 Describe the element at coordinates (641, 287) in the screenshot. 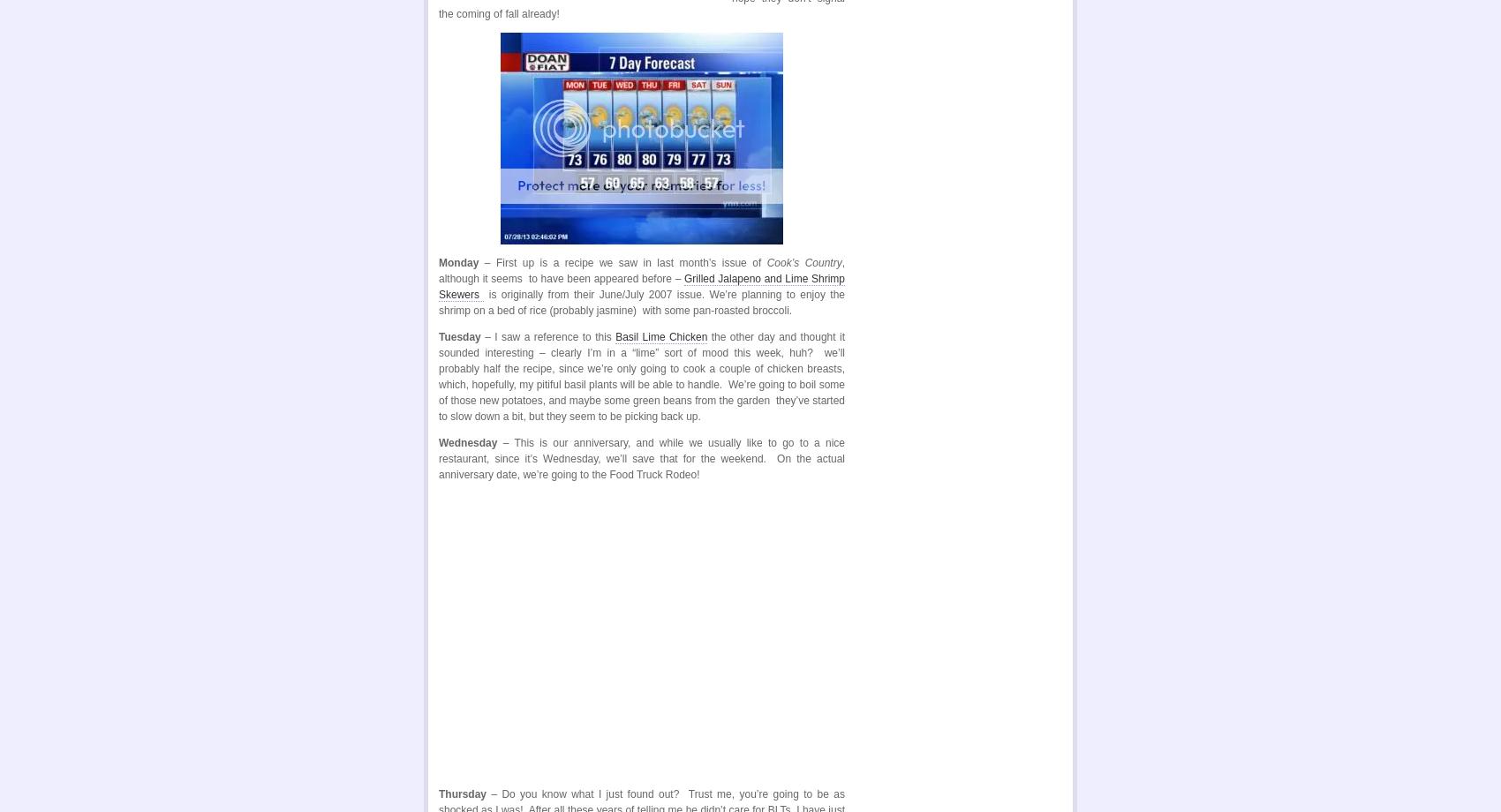

I see `'Grilled Jalapeno and Lime Shrimp Skewers'` at that location.